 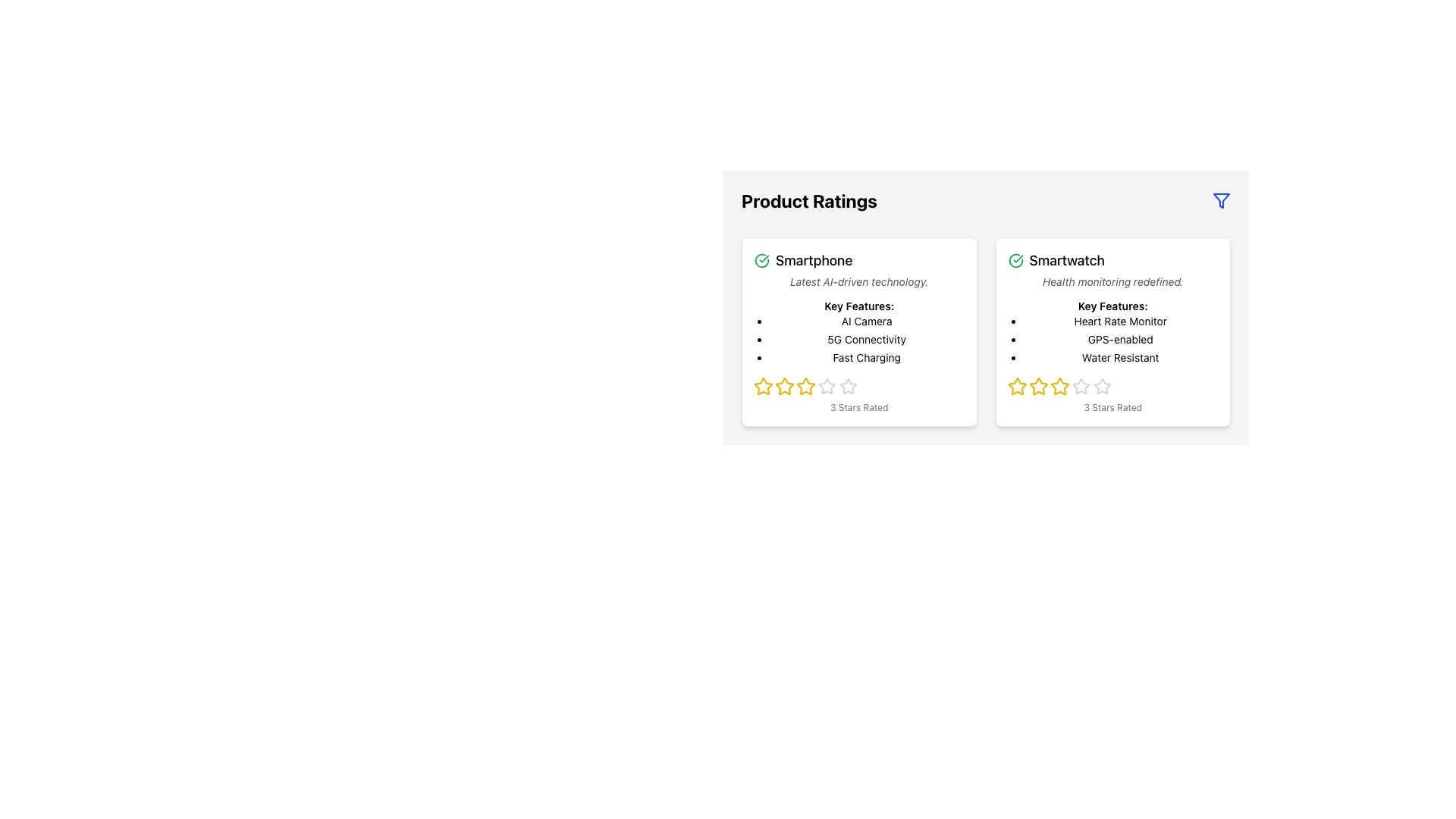 What do you see at coordinates (764, 385) in the screenshot?
I see `the first yellow star icon in the Smartphone ratings section for possible interaction` at bounding box center [764, 385].